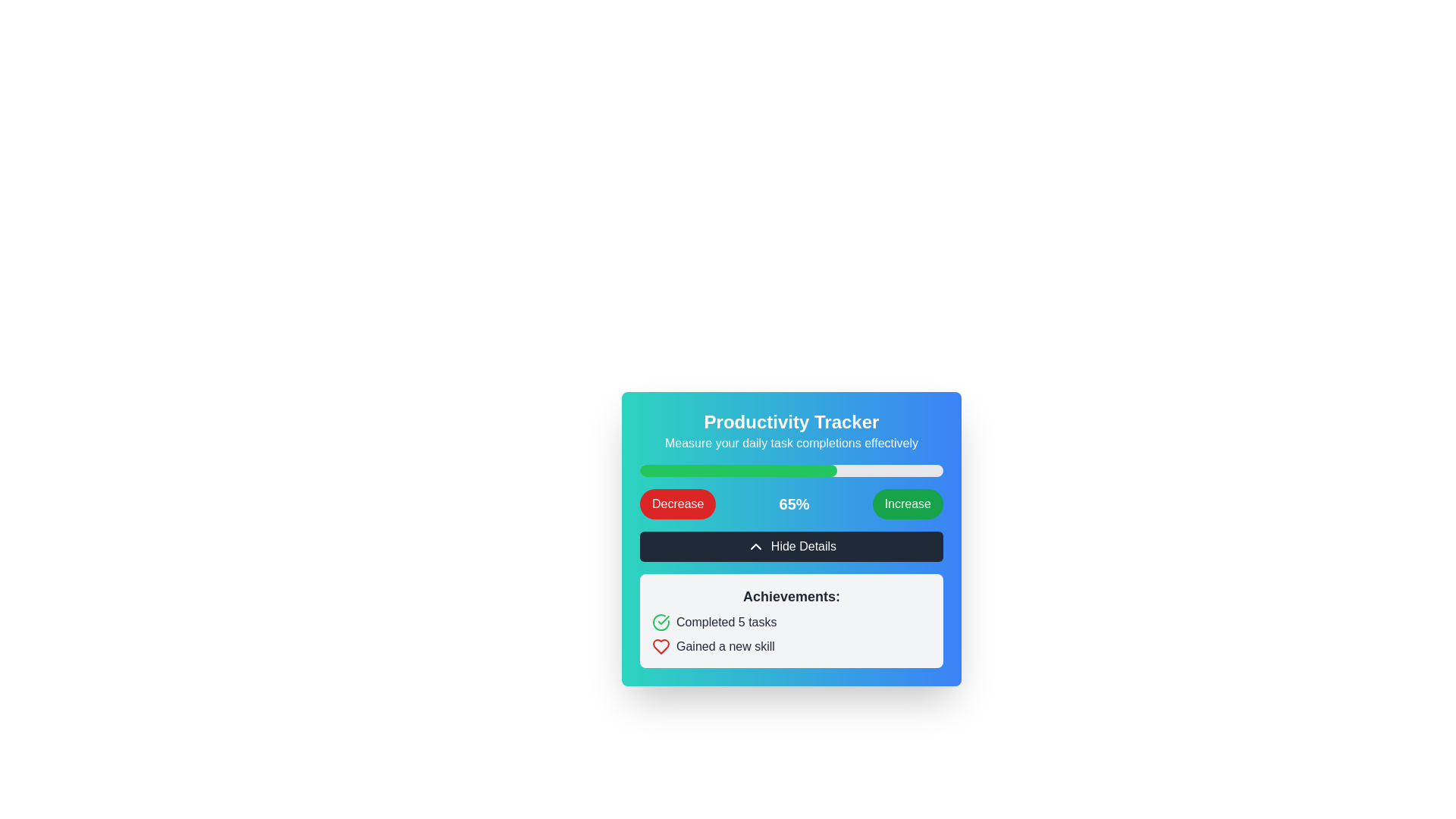 The height and width of the screenshot is (819, 1456). I want to click on the appearance of the green check mark shape within the circular SVG icon, which indicates a completed achievement, so click(664, 620).